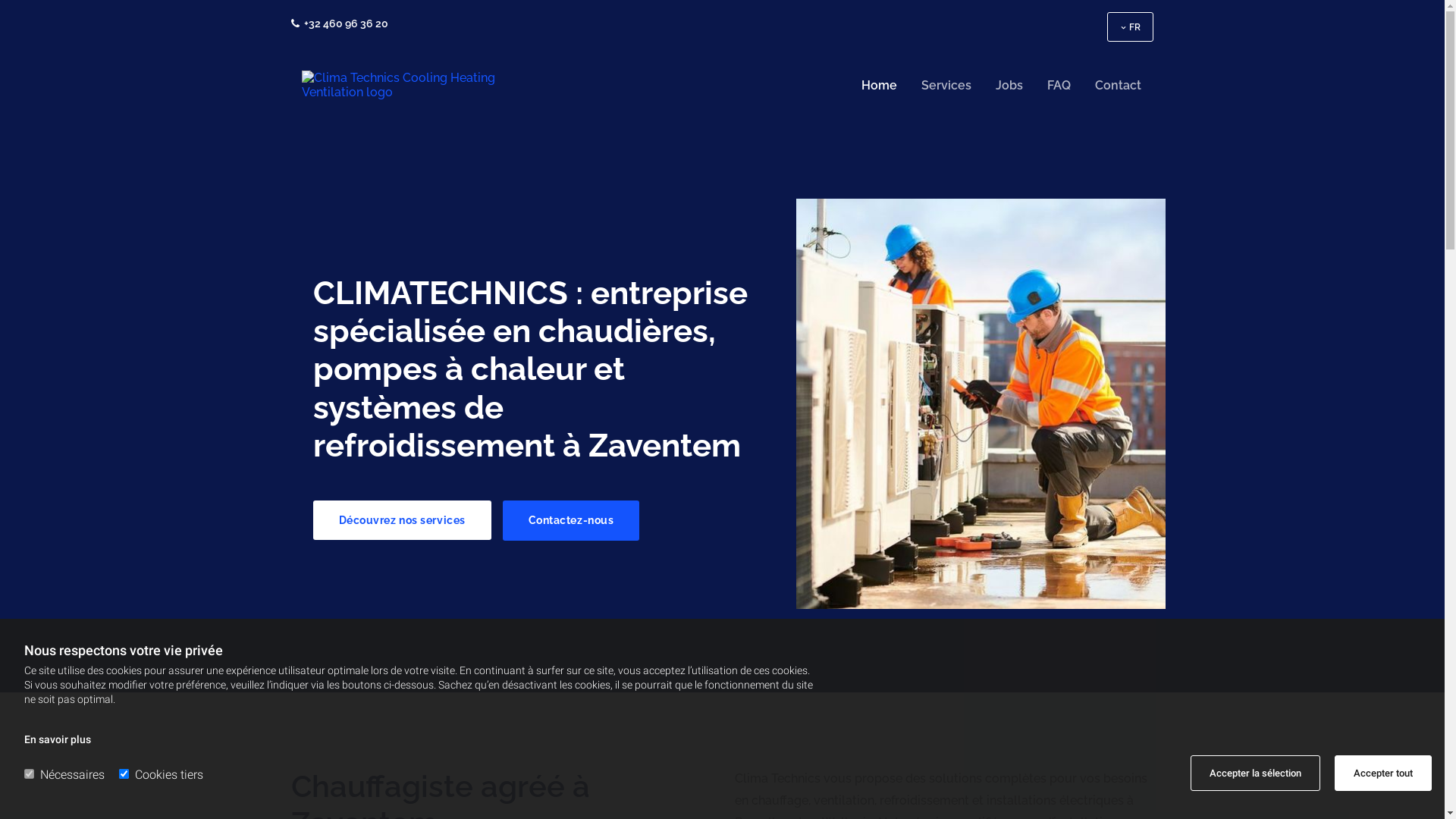  Describe the element at coordinates (1009, 85) in the screenshot. I see `'Jobs'` at that location.